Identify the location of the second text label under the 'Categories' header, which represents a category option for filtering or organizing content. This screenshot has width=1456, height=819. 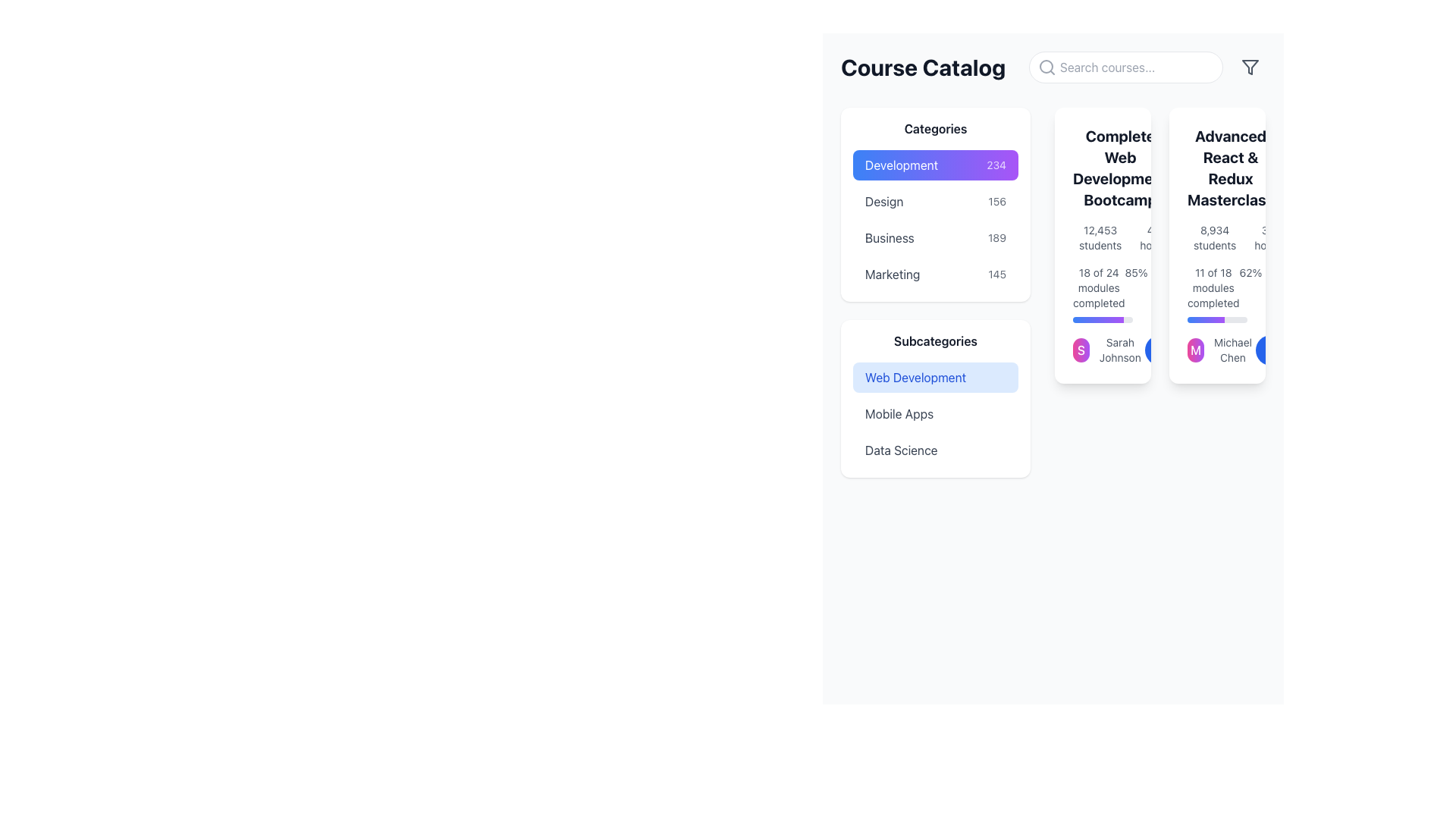
(884, 201).